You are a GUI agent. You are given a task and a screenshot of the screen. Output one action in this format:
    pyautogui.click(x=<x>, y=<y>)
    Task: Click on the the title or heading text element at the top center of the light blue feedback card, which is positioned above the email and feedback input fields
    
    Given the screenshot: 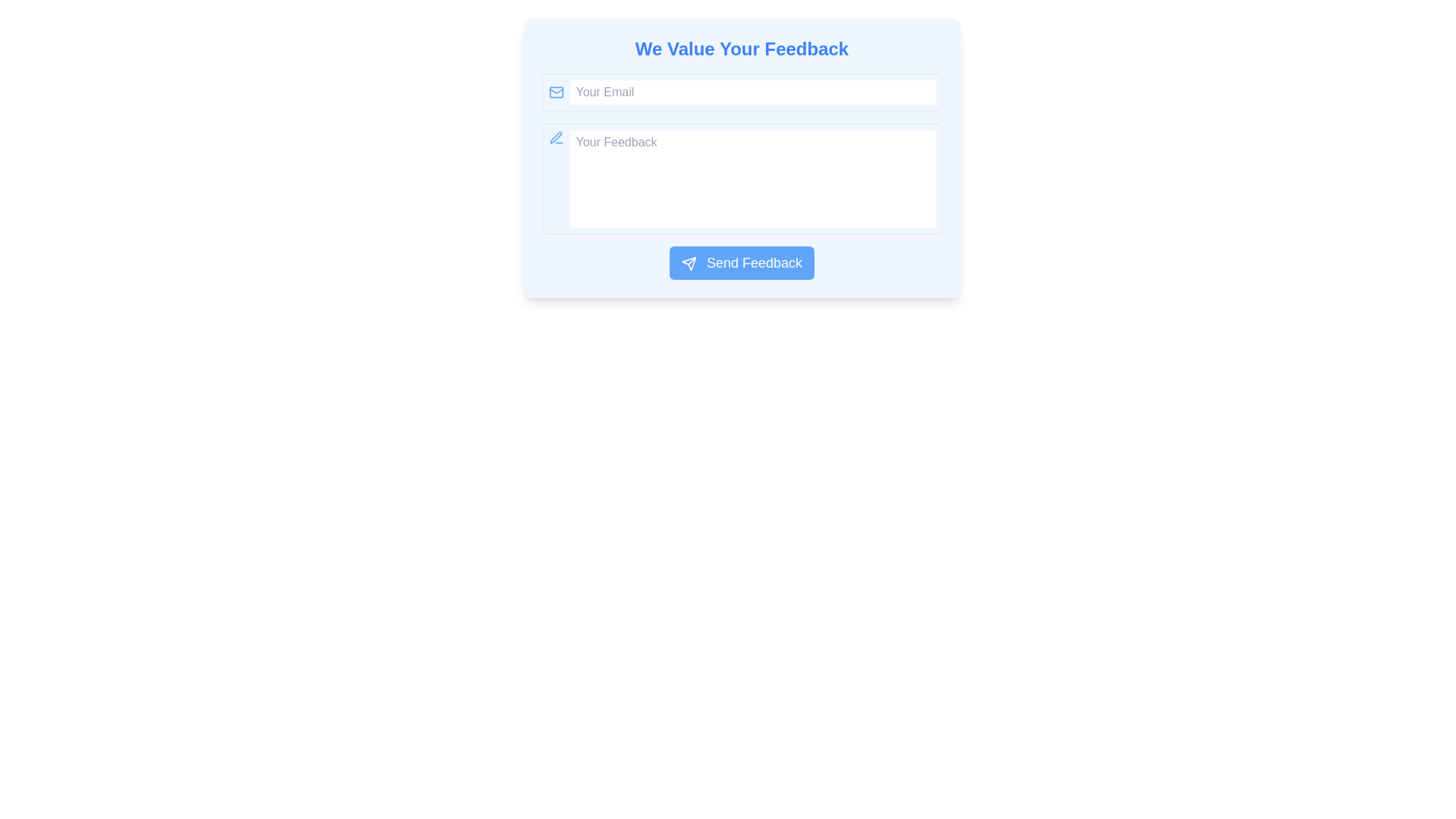 What is the action you would take?
    pyautogui.click(x=742, y=49)
    